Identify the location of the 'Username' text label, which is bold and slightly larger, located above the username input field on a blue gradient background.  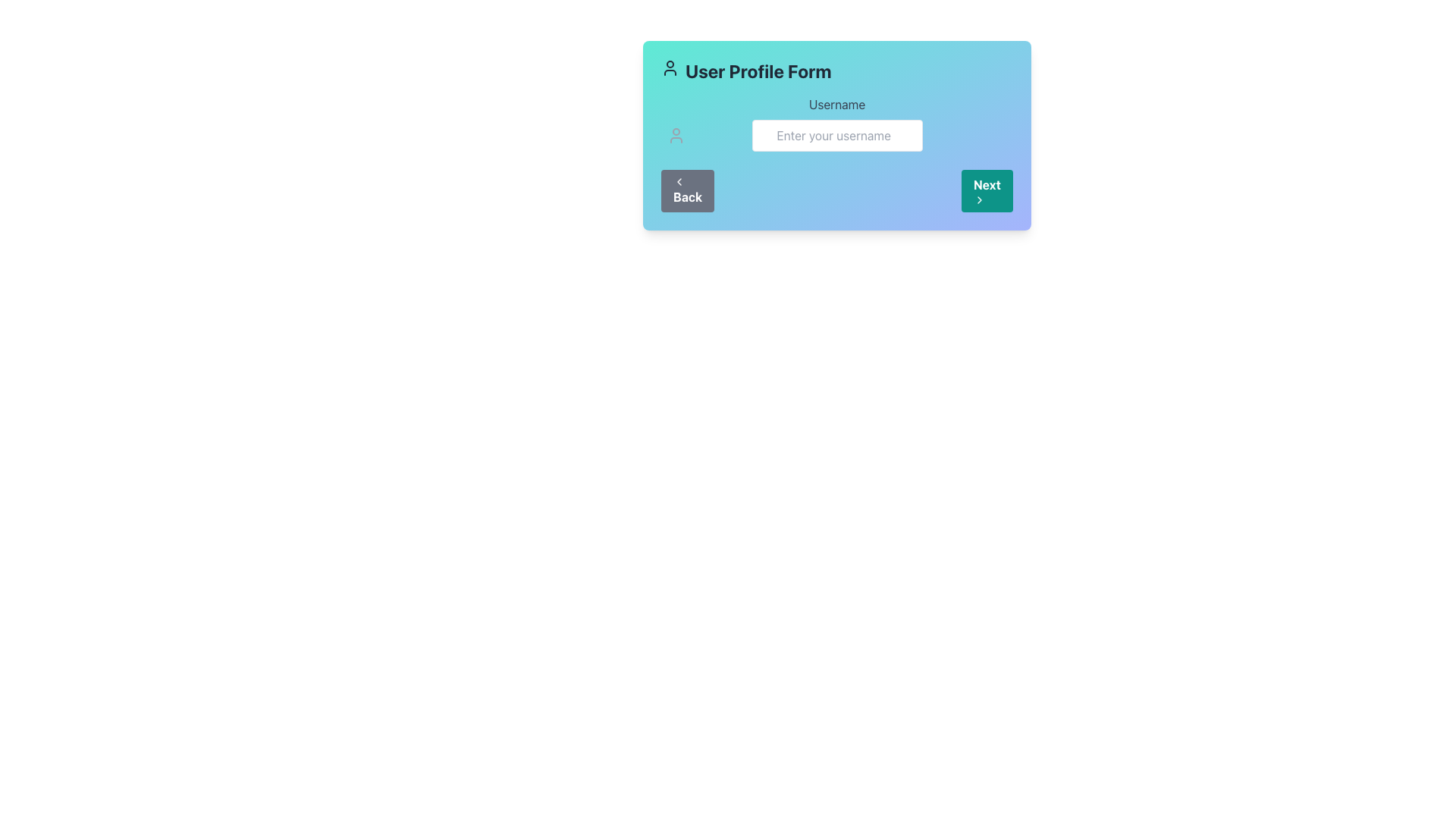
(836, 104).